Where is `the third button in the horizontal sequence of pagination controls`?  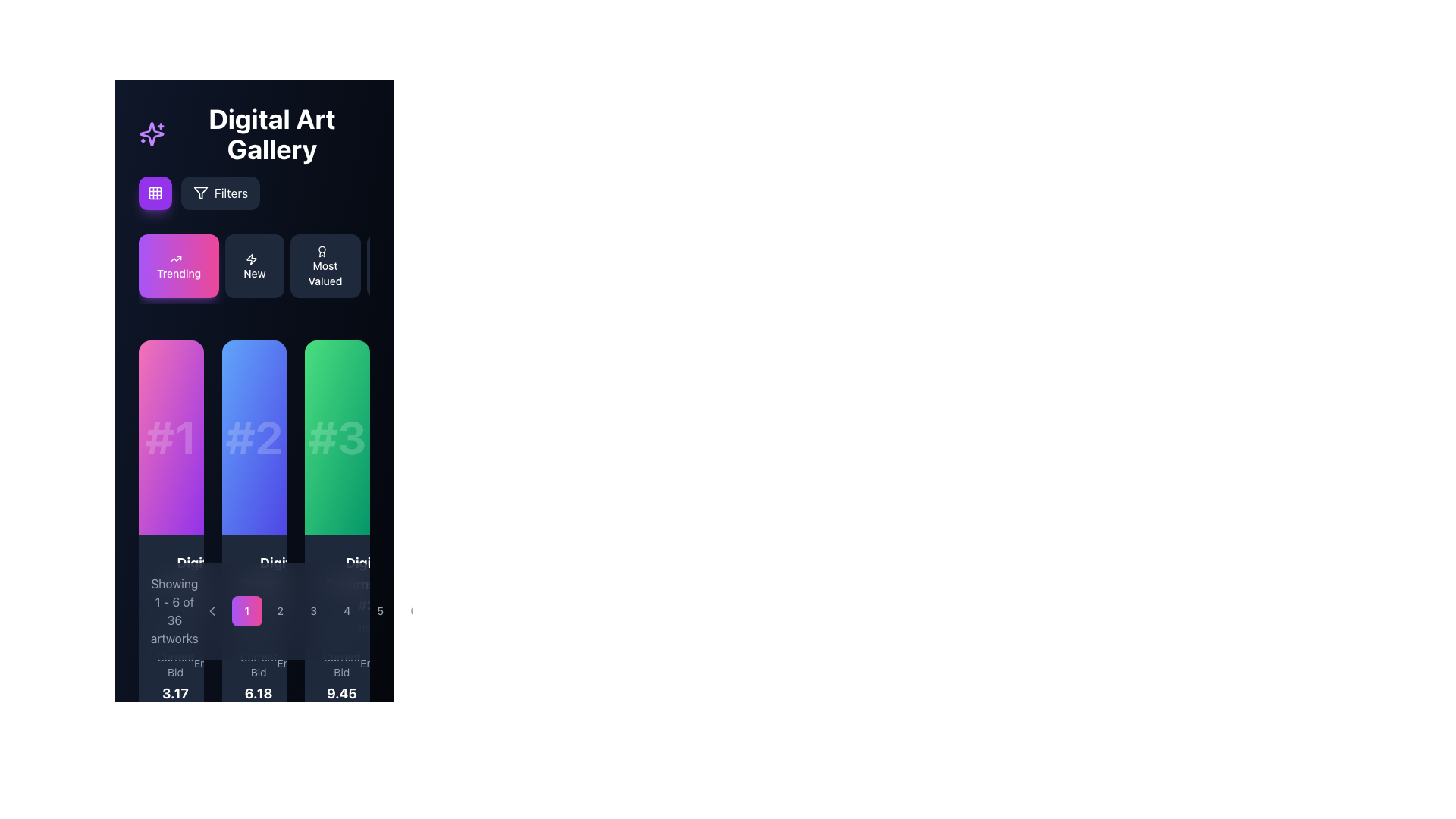 the third button in the horizontal sequence of pagination controls is located at coordinates (312, 610).